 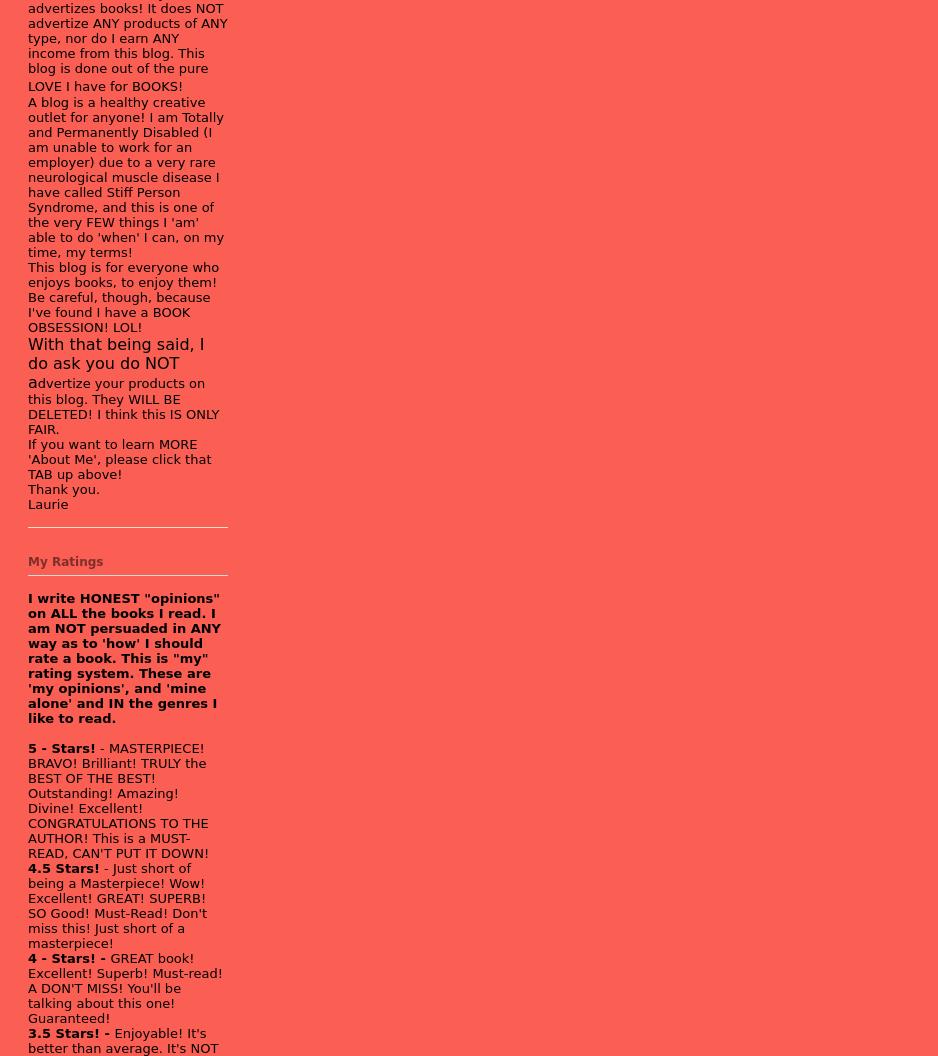 What do you see at coordinates (28, 874) in the screenshot?
I see `'- Just short of being a Masterpiece!'` at bounding box center [28, 874].